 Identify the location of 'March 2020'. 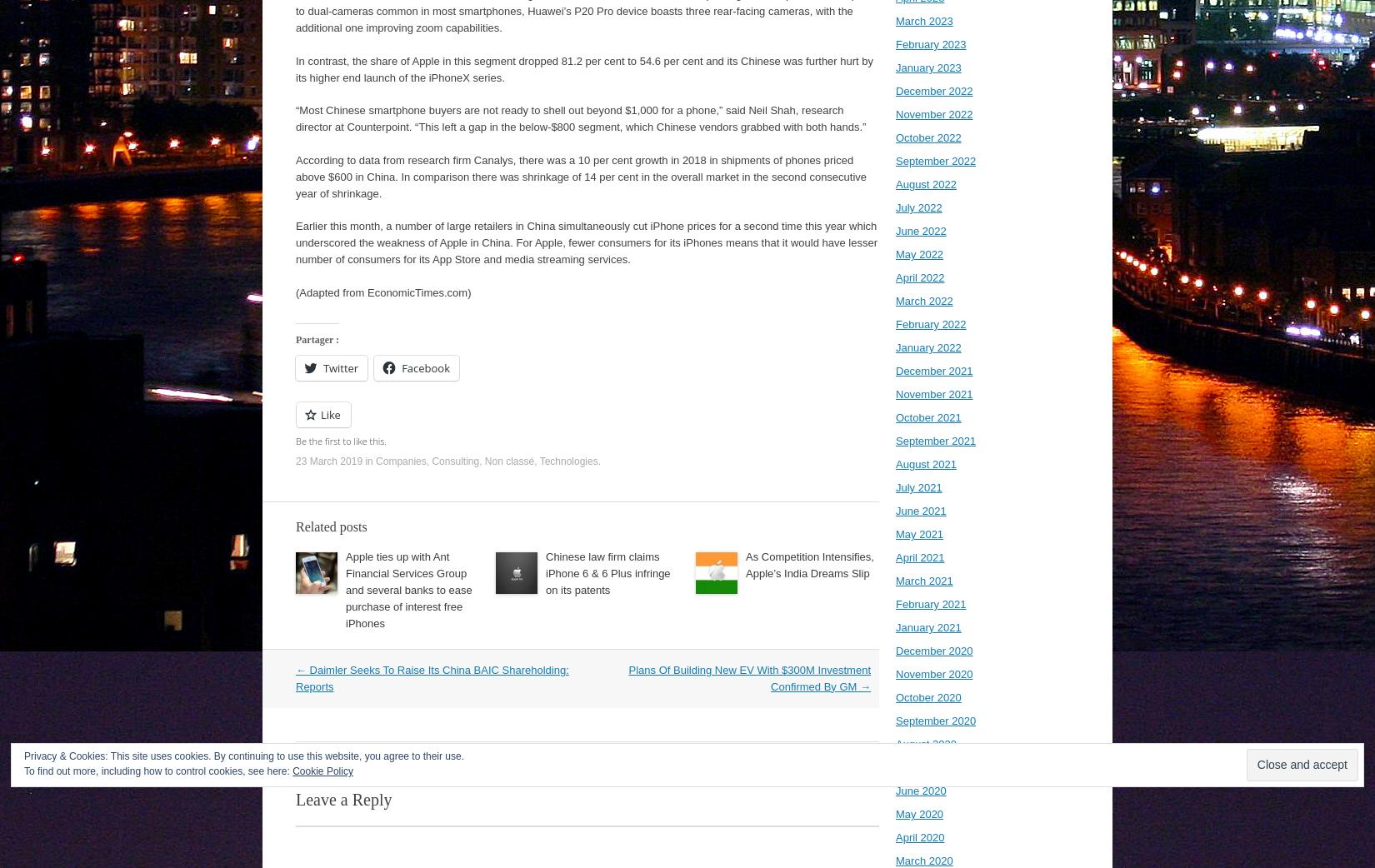
(923, 861).